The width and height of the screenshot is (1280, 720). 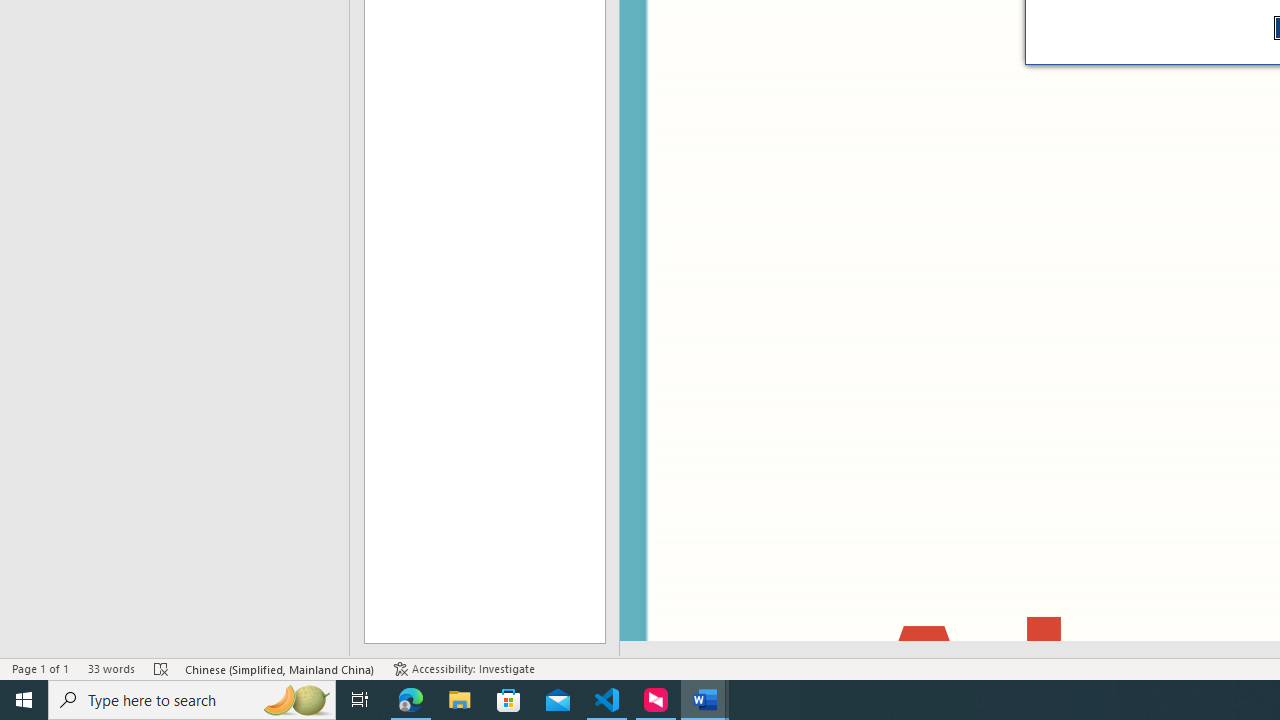 I want to click on 'Page Number Page 1 of 1', so click(x=40, y=669).